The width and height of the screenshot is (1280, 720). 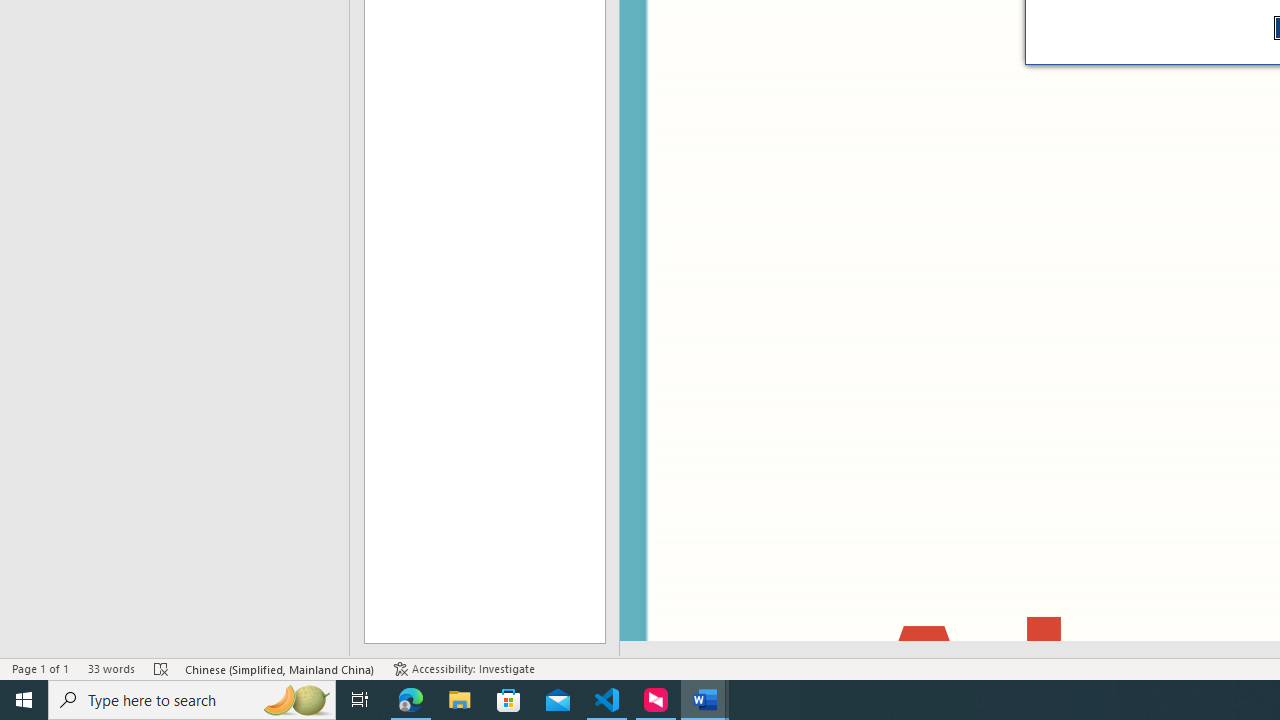 I want to click on 'Page Number Page 1 of 1', so click(x=40, y=669).